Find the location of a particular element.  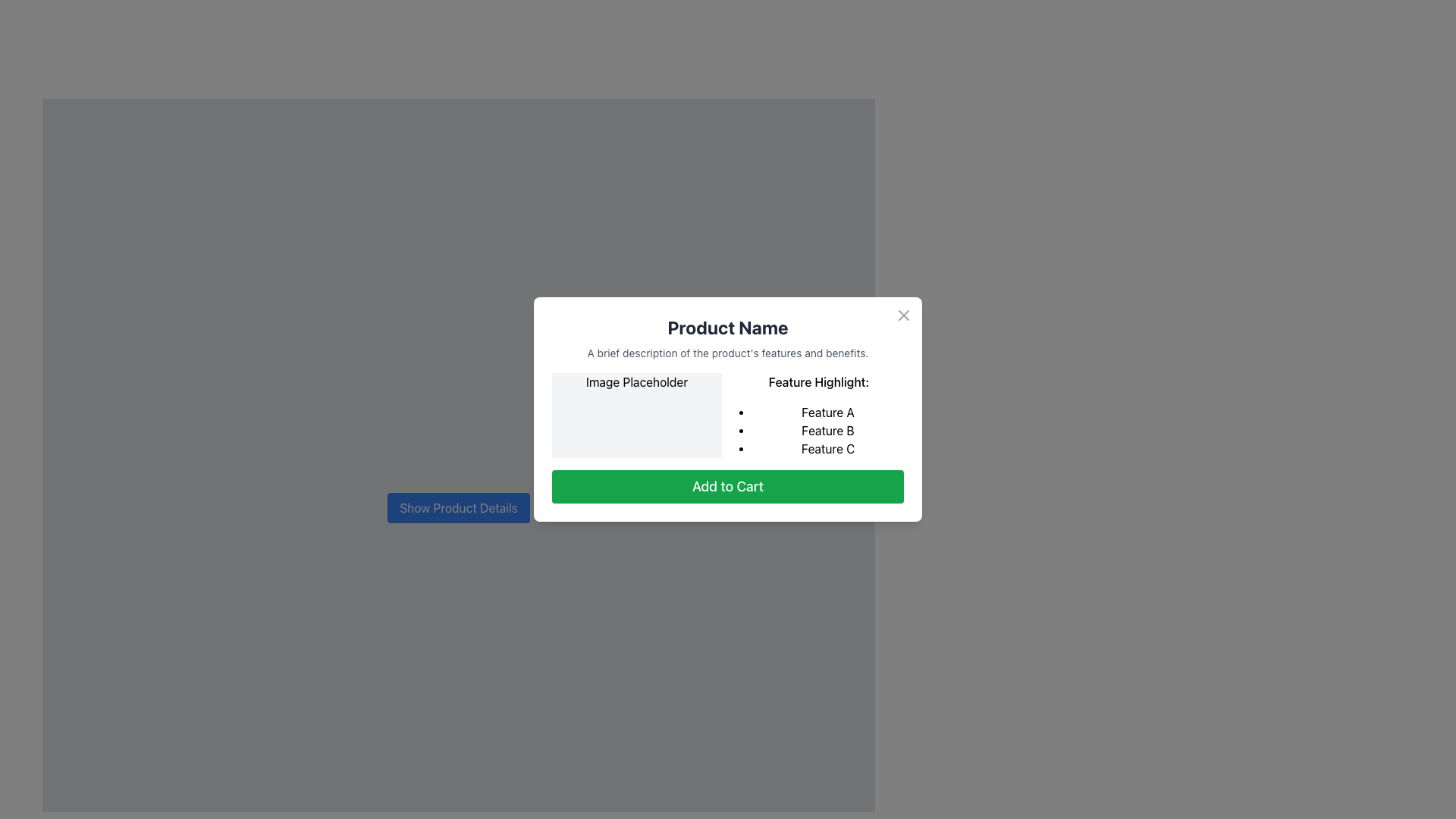

the close button located in the top-right corner of the modal, adjacent to the modal's border, to observe potential hover effects is located at coordinates (903, 315).